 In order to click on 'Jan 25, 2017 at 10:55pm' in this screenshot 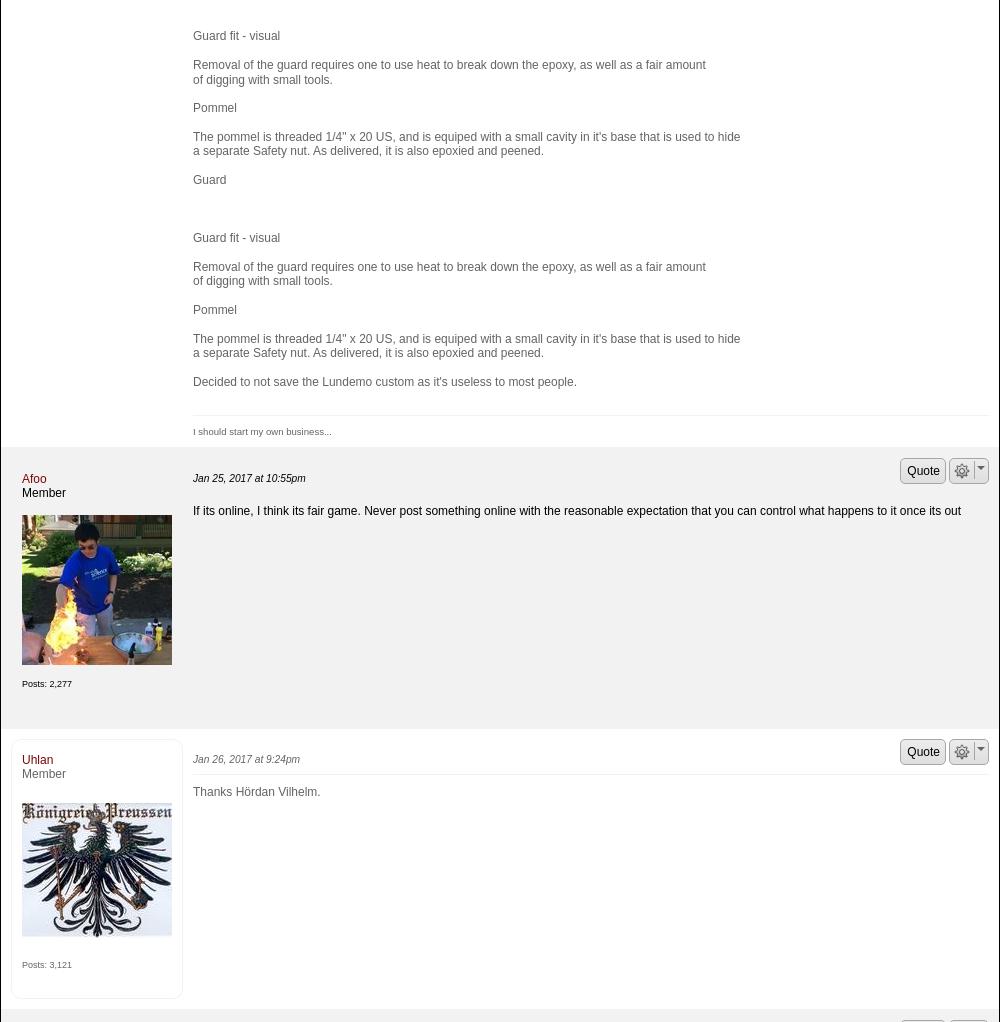, I will do `click(248, 477)`.